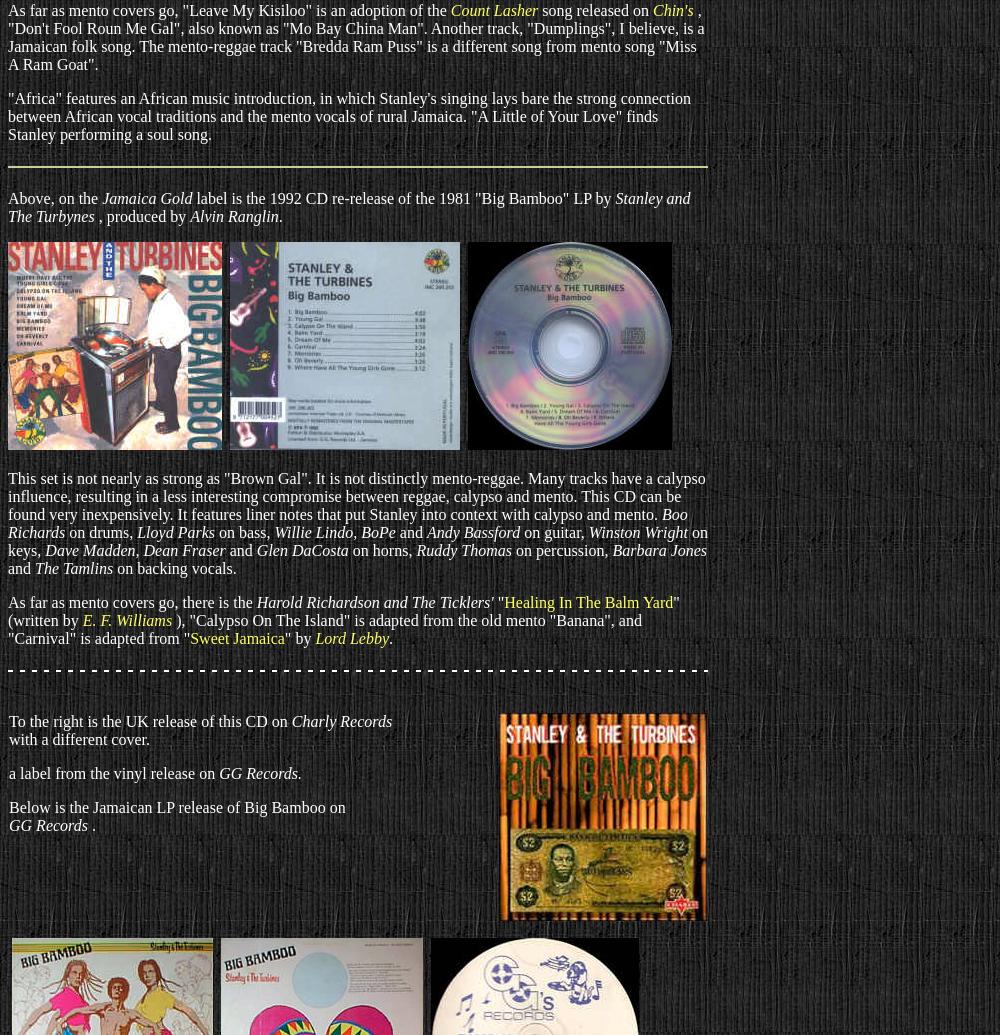 The width and height of the screenshot is (1000, 1035). Describe the element at coordinates (672, 10) in the screenshot. I see `'Chin's'` at that location.